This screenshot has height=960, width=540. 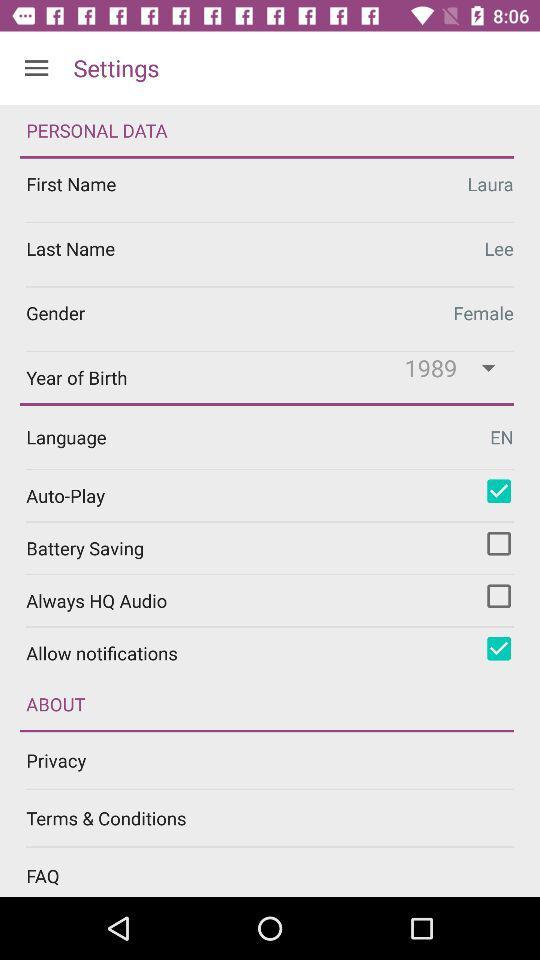 What do you see at coordinates (270, 319) in the screenshot?
I see `change gender` at bounding box center [270, 319].